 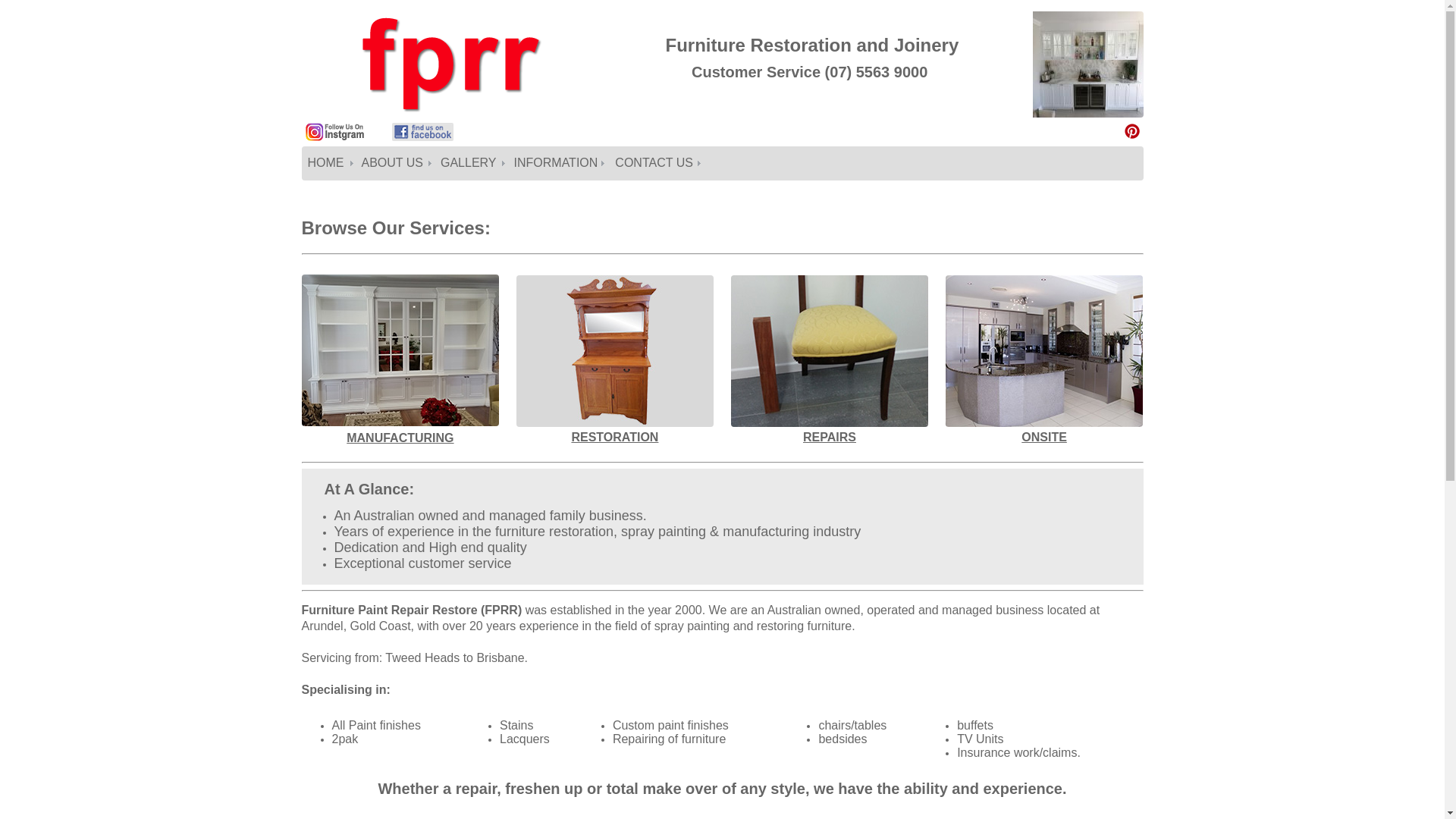 What do you see at coordinates (328, 163) in the screenshot?
I see `'HOME'` at bounding box center [328, 163].